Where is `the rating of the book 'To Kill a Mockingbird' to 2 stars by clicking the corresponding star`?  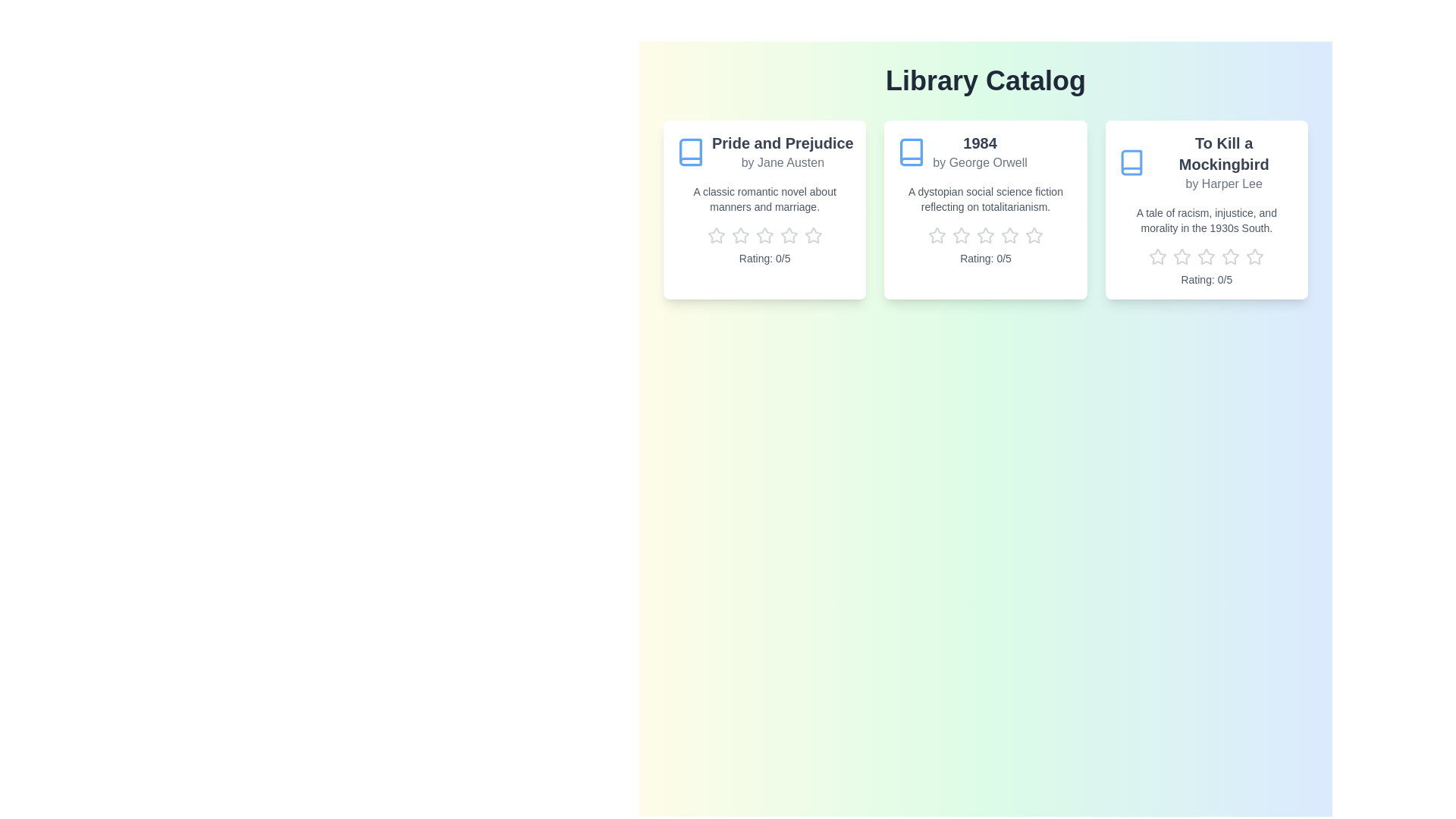
the rating of the book 'To Kill a Mockingbird' to 2 stars by clicking the corresponding star is located at coordinates (1181, 256).